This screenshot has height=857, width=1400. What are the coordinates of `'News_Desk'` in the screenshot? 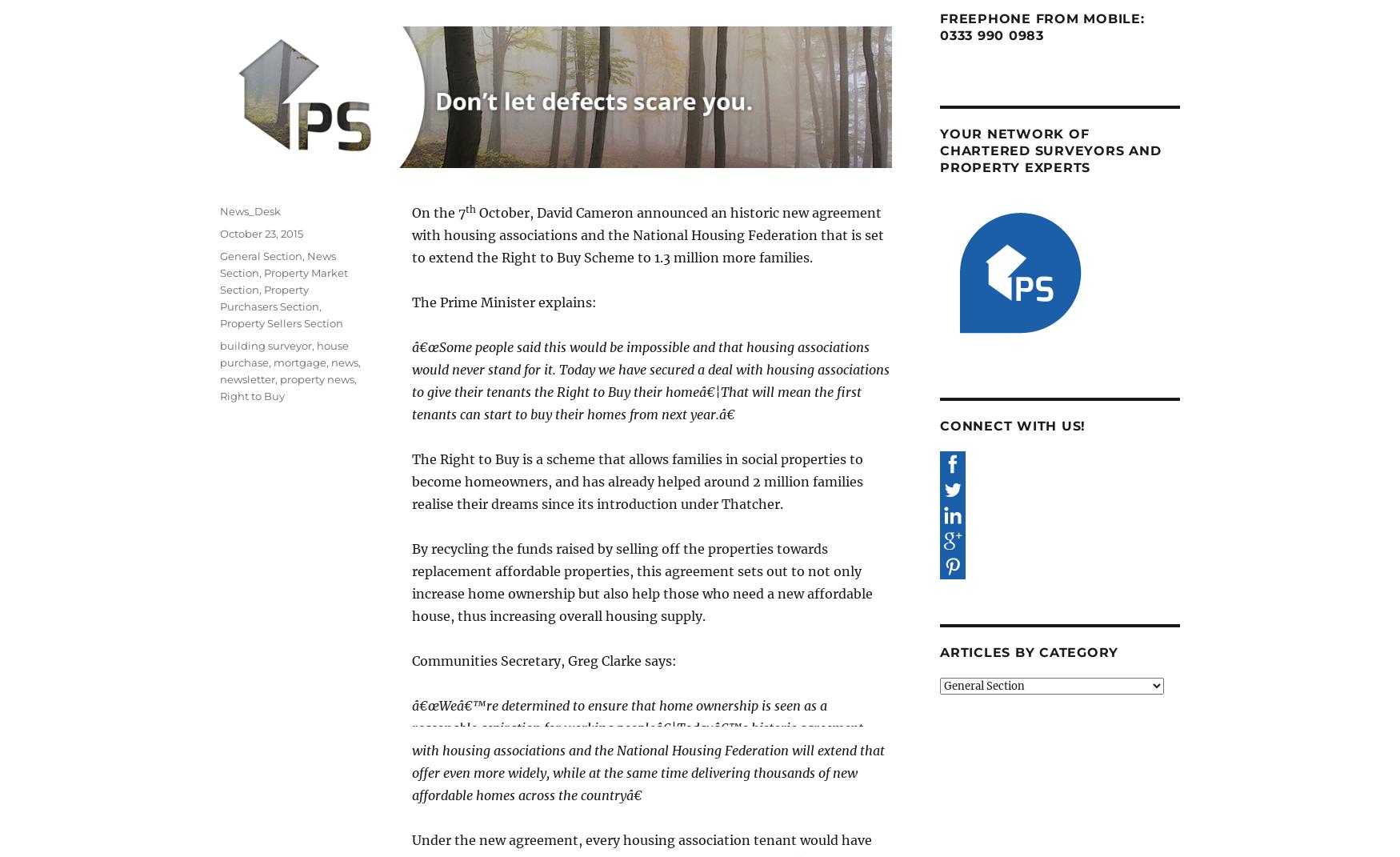 It's located at (218, 210).